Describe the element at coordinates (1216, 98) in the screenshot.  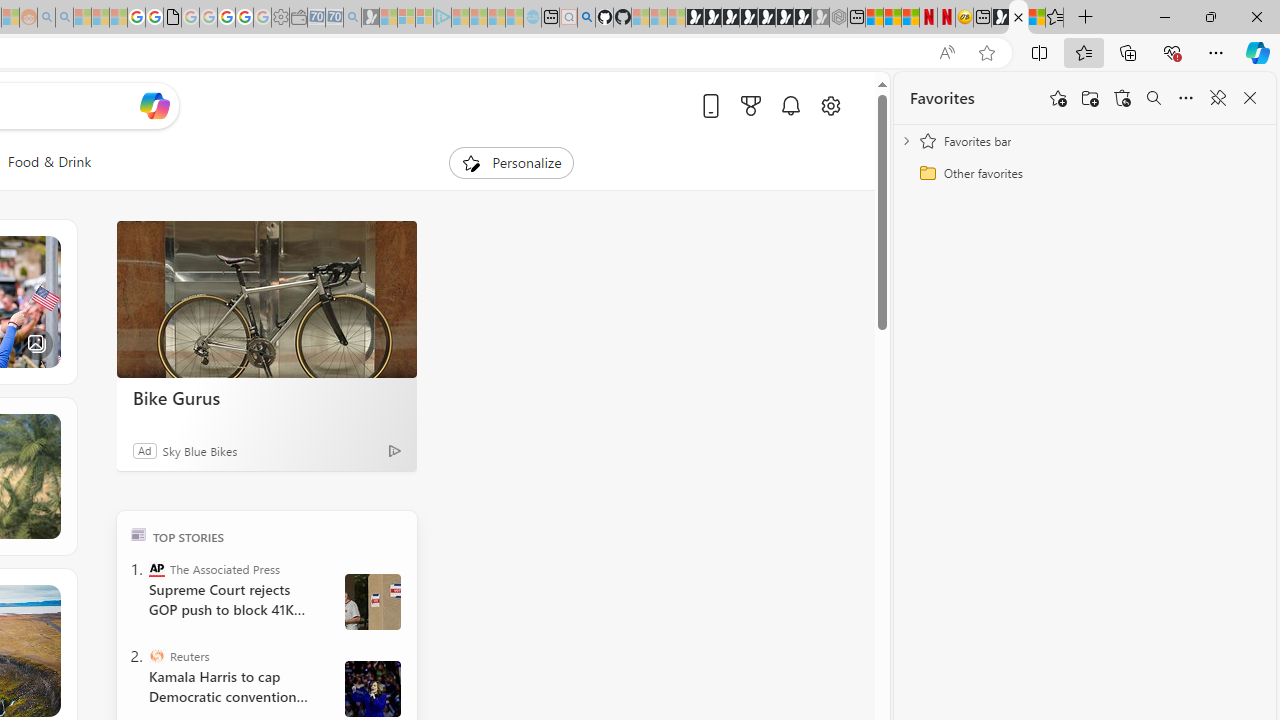
I see `'Unpin favorites'` at that location.